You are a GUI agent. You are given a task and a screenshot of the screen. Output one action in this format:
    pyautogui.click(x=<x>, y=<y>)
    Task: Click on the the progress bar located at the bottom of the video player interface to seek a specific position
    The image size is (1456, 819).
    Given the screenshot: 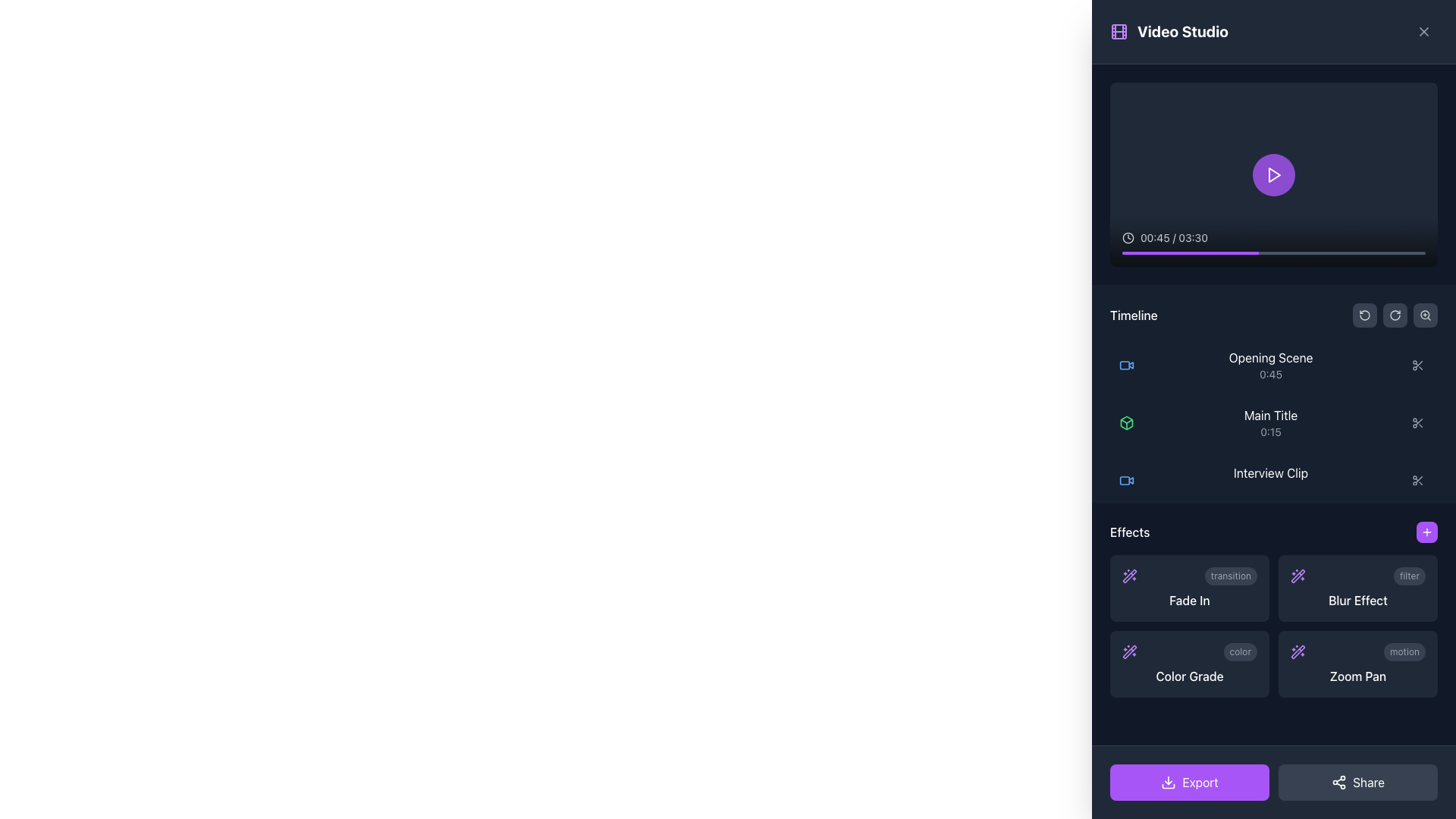 What is the action you would take?
    pyautogui.click(x=1274, y=253)
    